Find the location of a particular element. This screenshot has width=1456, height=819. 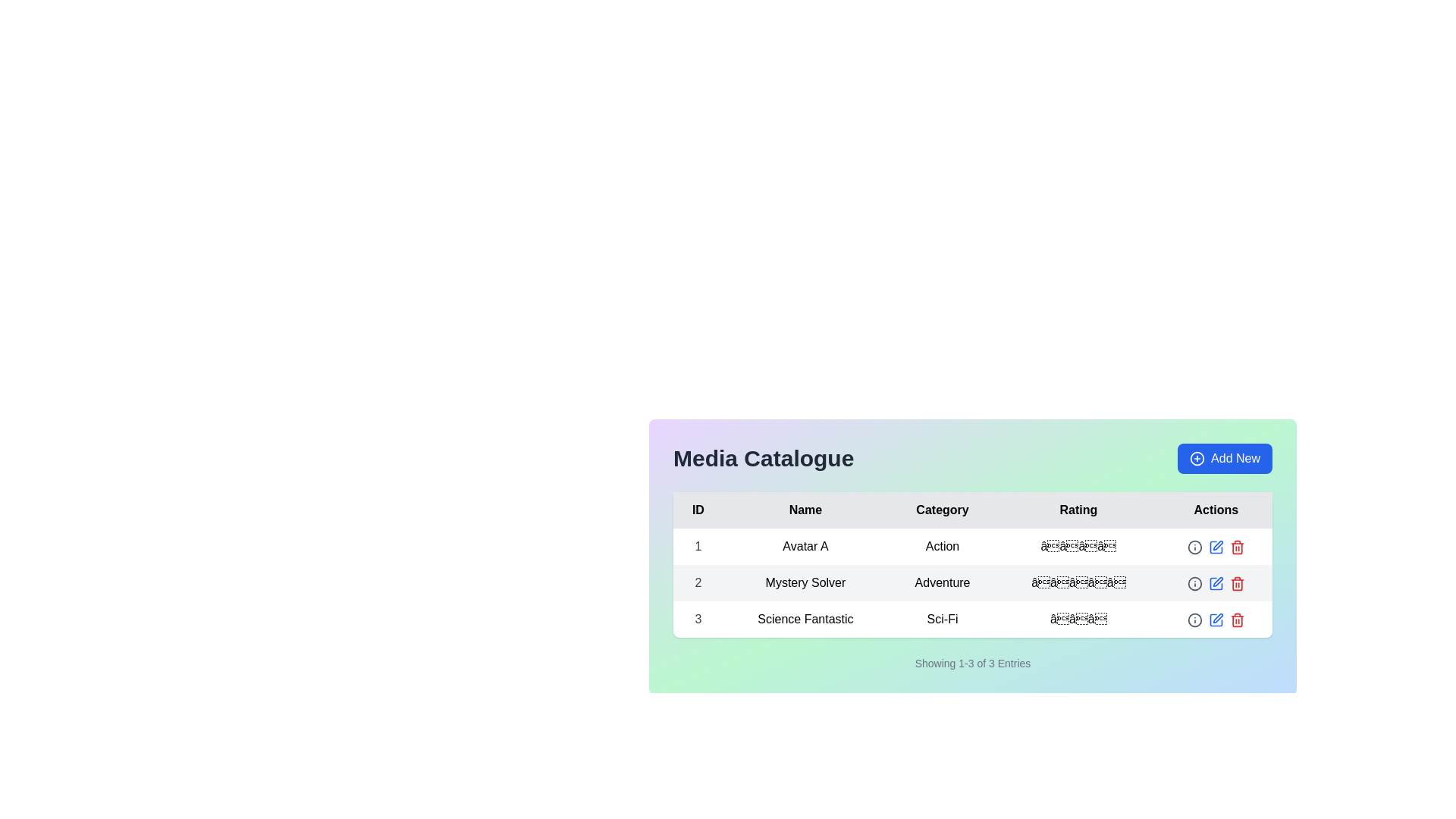

the circular graphic within the SVG icon located in the 'Actions' column of the first row of the table, adjacent to the 'Rating' column for visual information is located at coordinates (1194, 547).